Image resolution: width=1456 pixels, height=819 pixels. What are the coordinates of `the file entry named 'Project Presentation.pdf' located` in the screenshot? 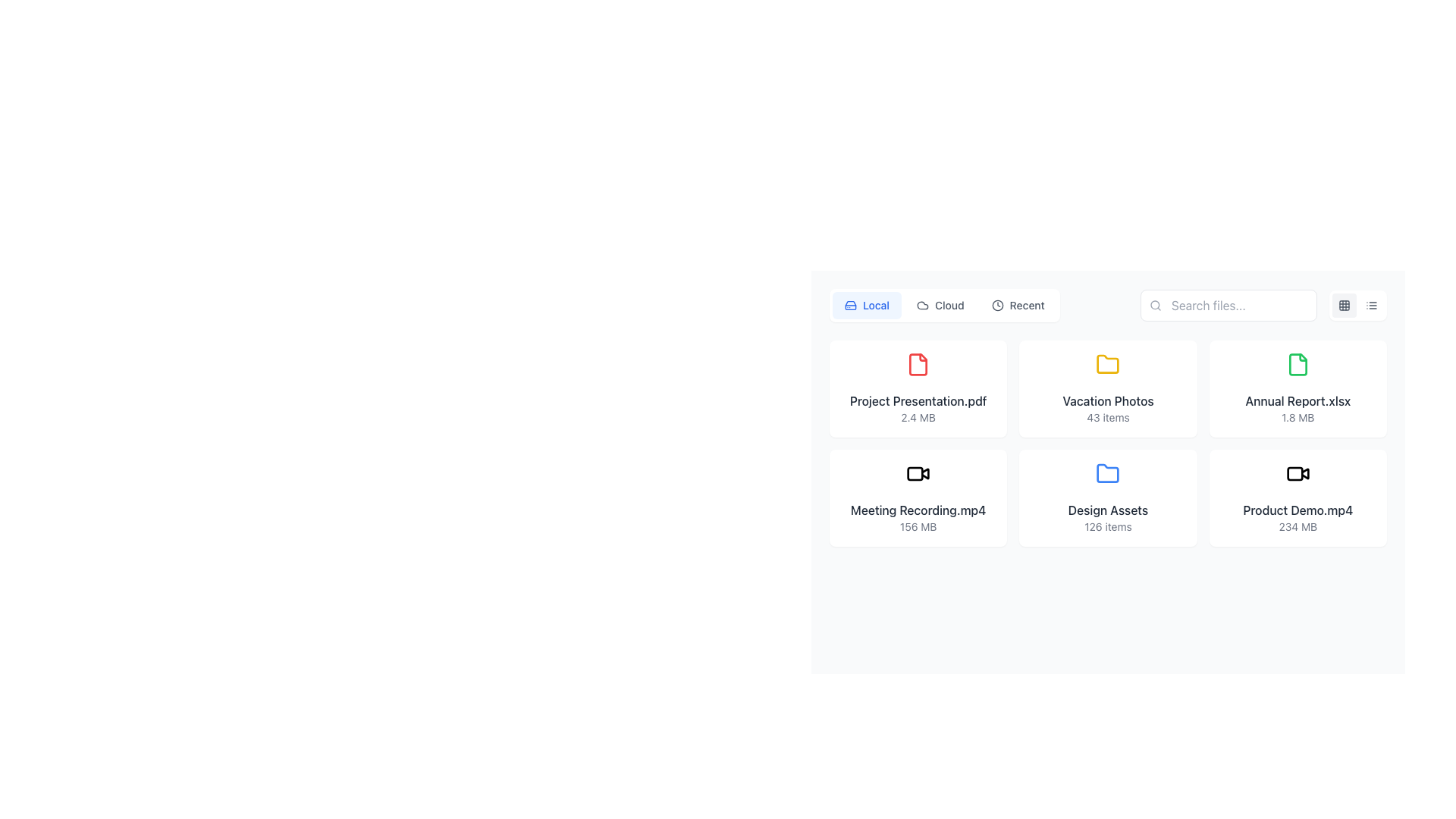 It's located at (917, 388).